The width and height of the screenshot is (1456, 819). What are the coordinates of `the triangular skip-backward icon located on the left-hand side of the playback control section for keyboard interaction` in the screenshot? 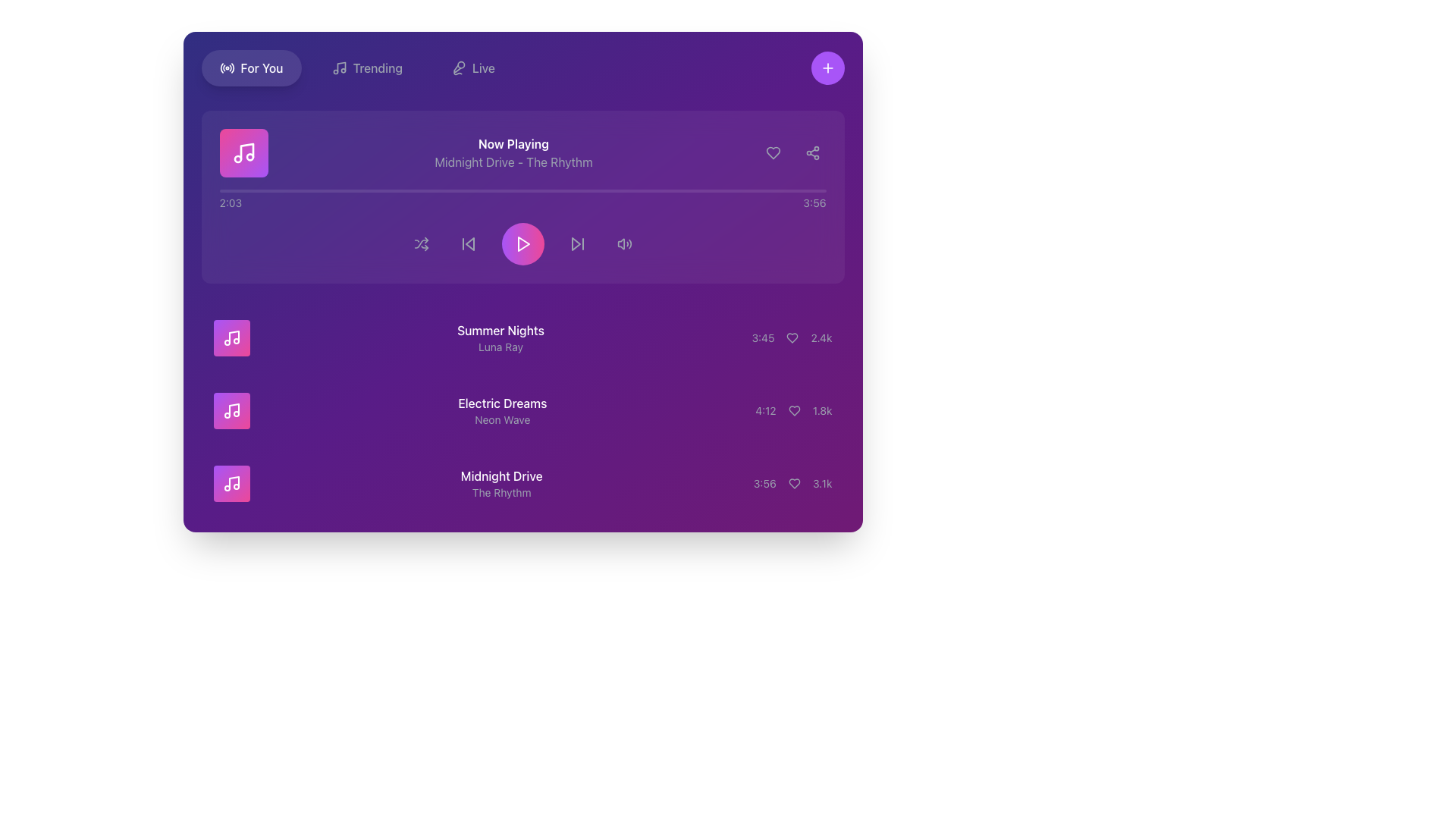 It's located at (469, 243).